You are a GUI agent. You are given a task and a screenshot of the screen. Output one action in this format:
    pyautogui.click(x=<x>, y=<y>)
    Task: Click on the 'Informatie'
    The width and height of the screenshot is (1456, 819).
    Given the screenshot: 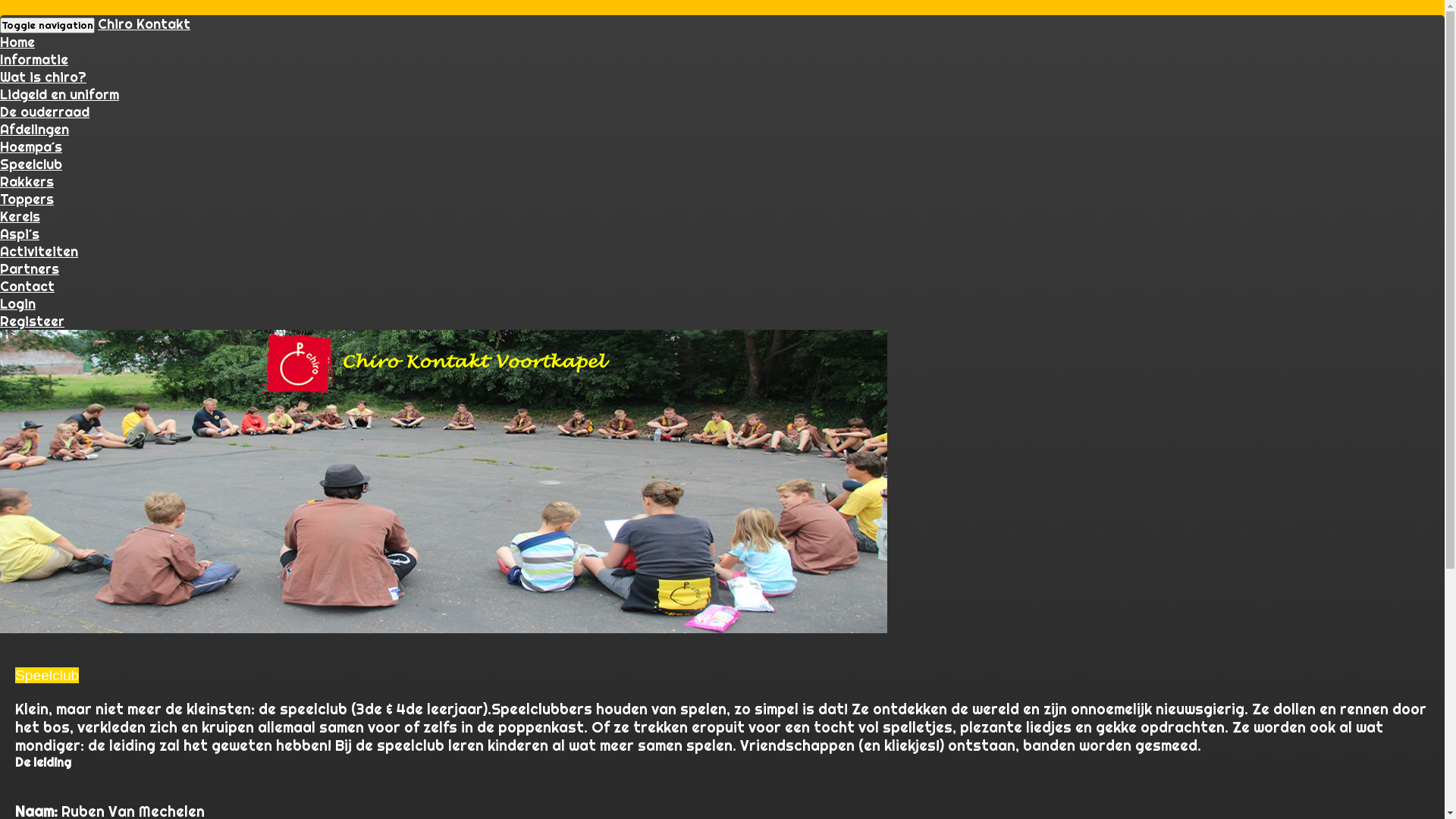 What is the action you would take?
    pyautogui.click(x=33, y=58)
    